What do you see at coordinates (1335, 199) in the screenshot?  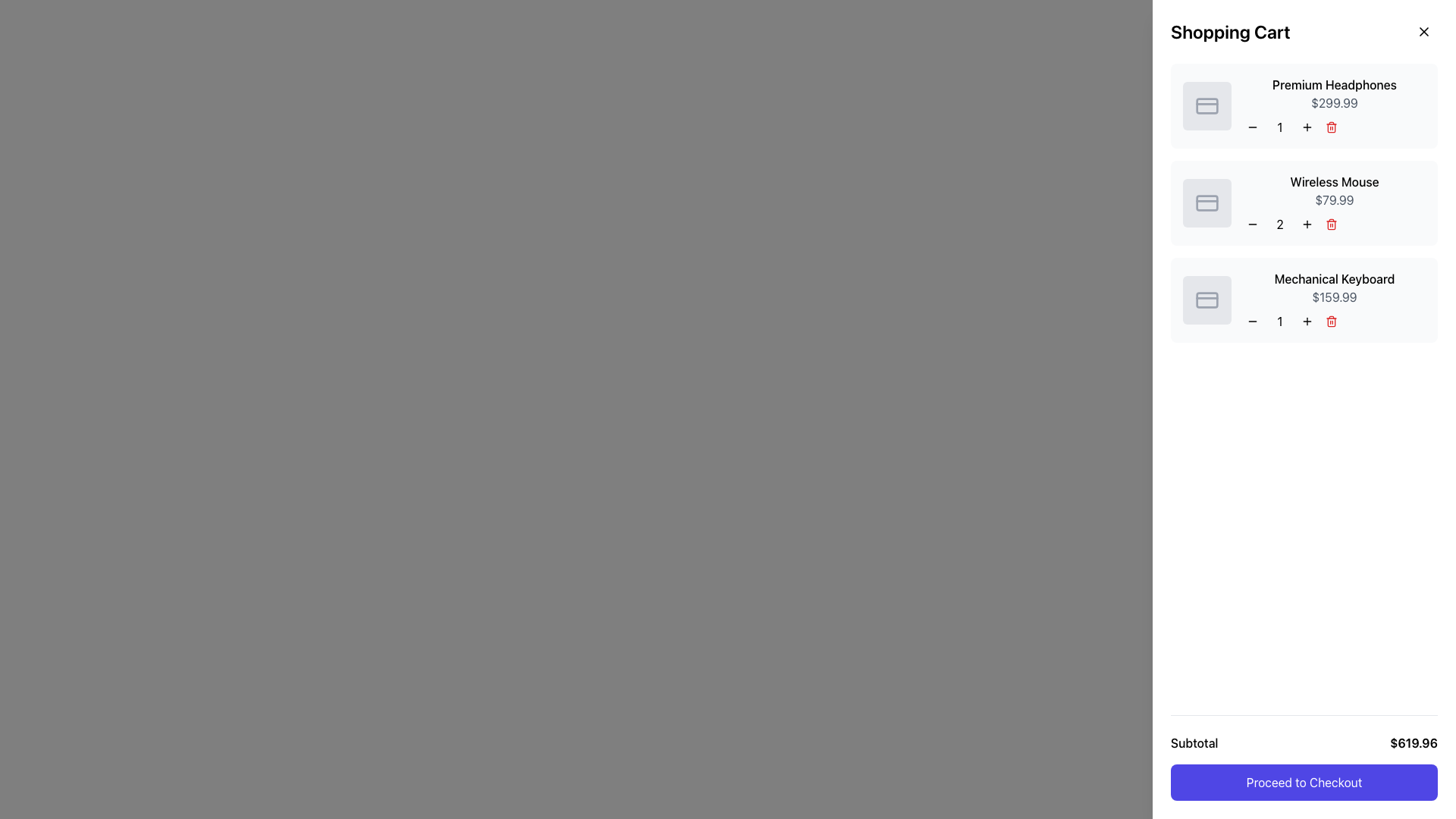 I see `price text '$79.99' displayed in gray font directly beneath the 'Wireless Mouse' label in the shopping cart section` at bounding box center [1335, 199].